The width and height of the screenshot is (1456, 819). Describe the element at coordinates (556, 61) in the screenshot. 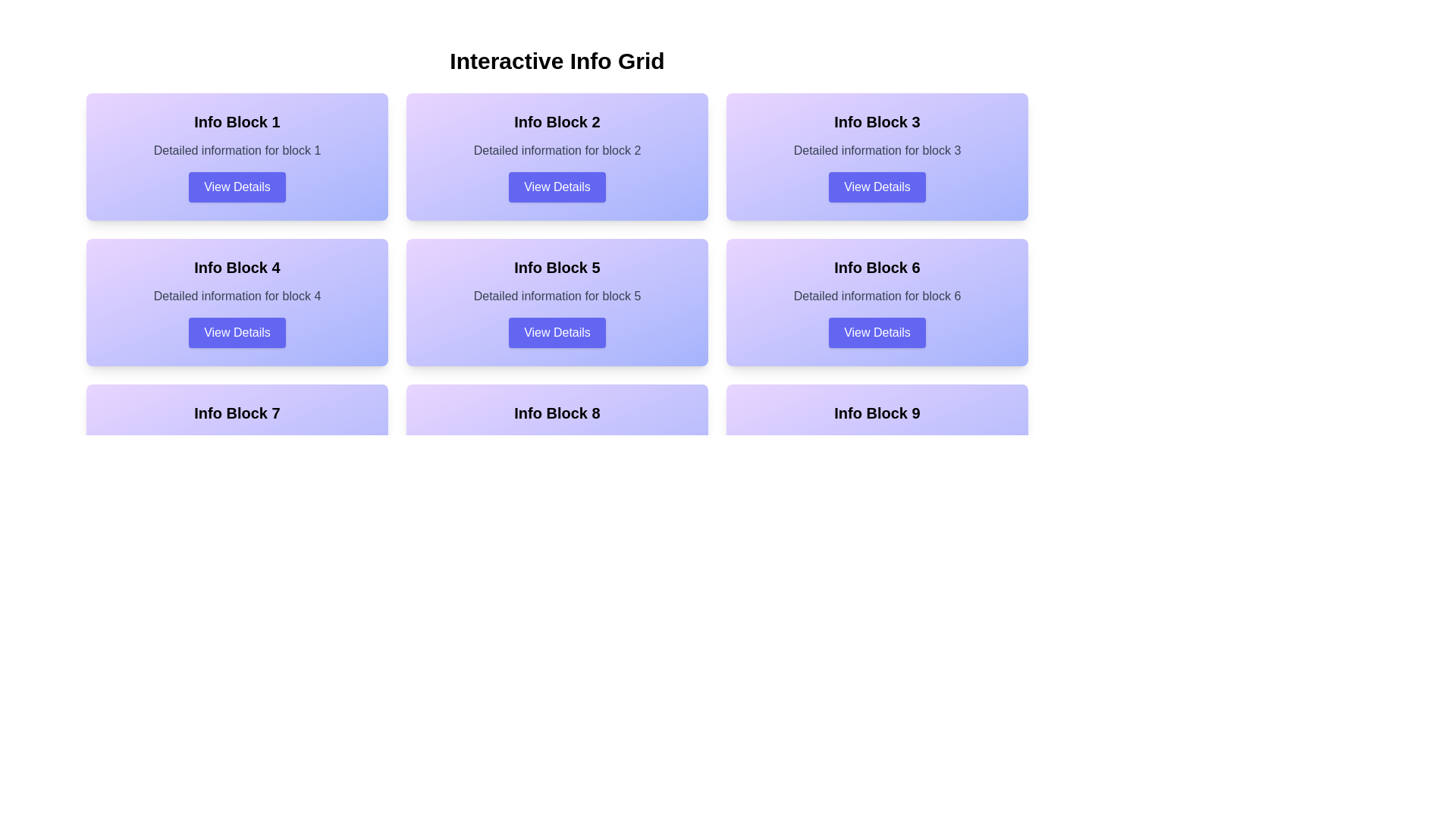

I see `prominently styled header text 'Interactive Info Grid' which is centrally aligned at the top of the interface` at that location.